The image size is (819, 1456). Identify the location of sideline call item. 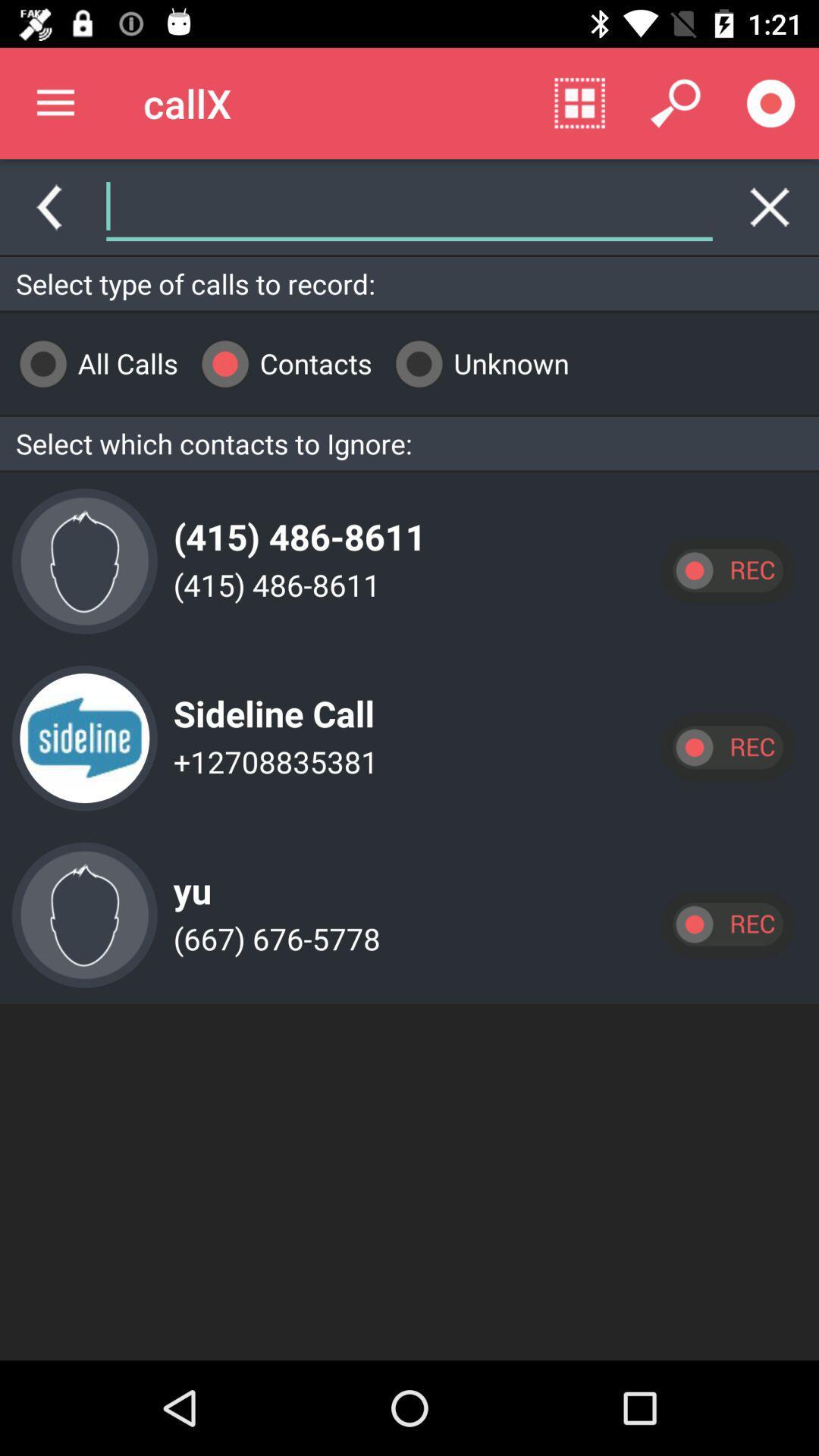
(269, 701).